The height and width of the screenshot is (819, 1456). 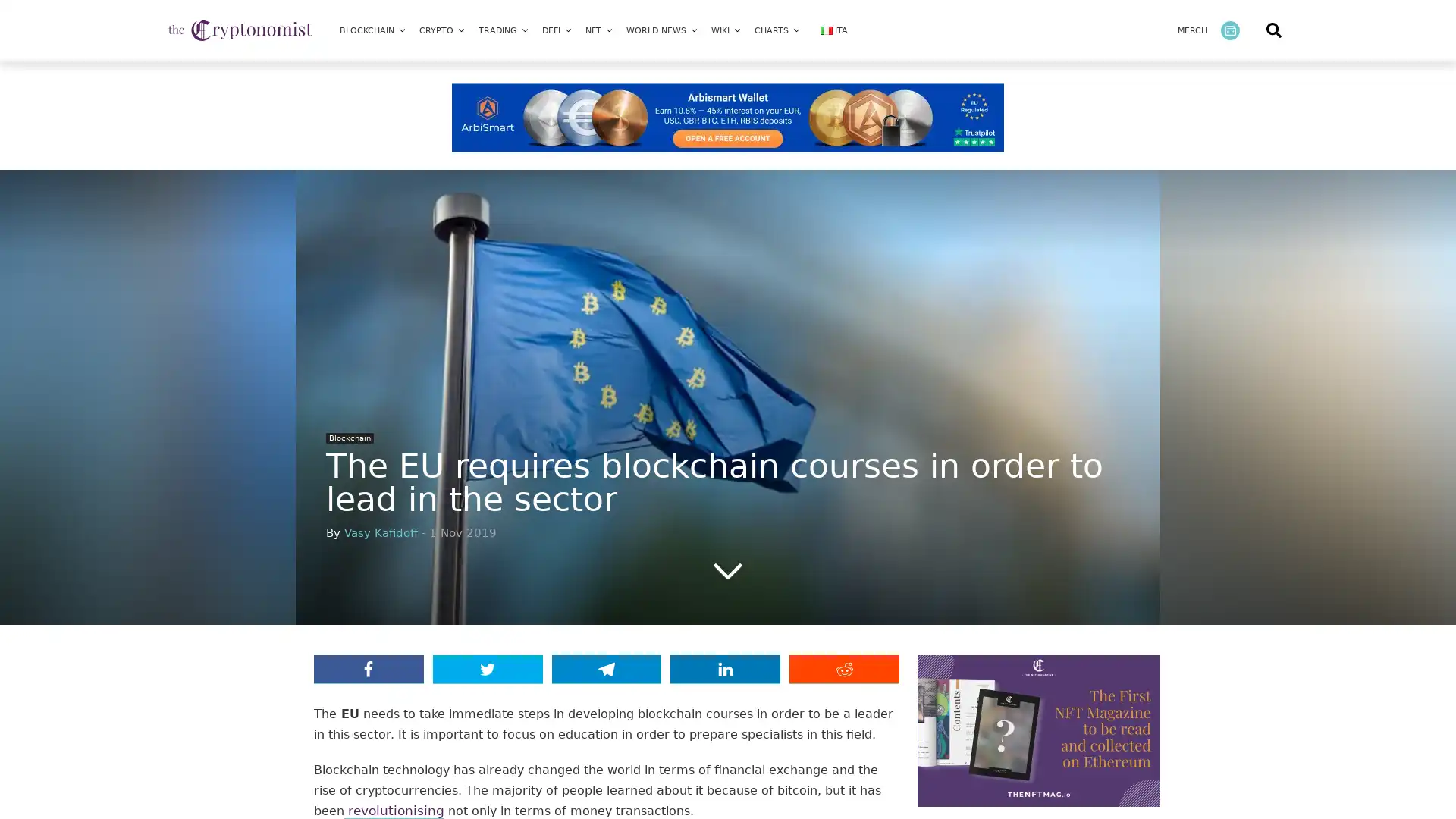 I want to click on Chevron down, so click(x=728, y=570).